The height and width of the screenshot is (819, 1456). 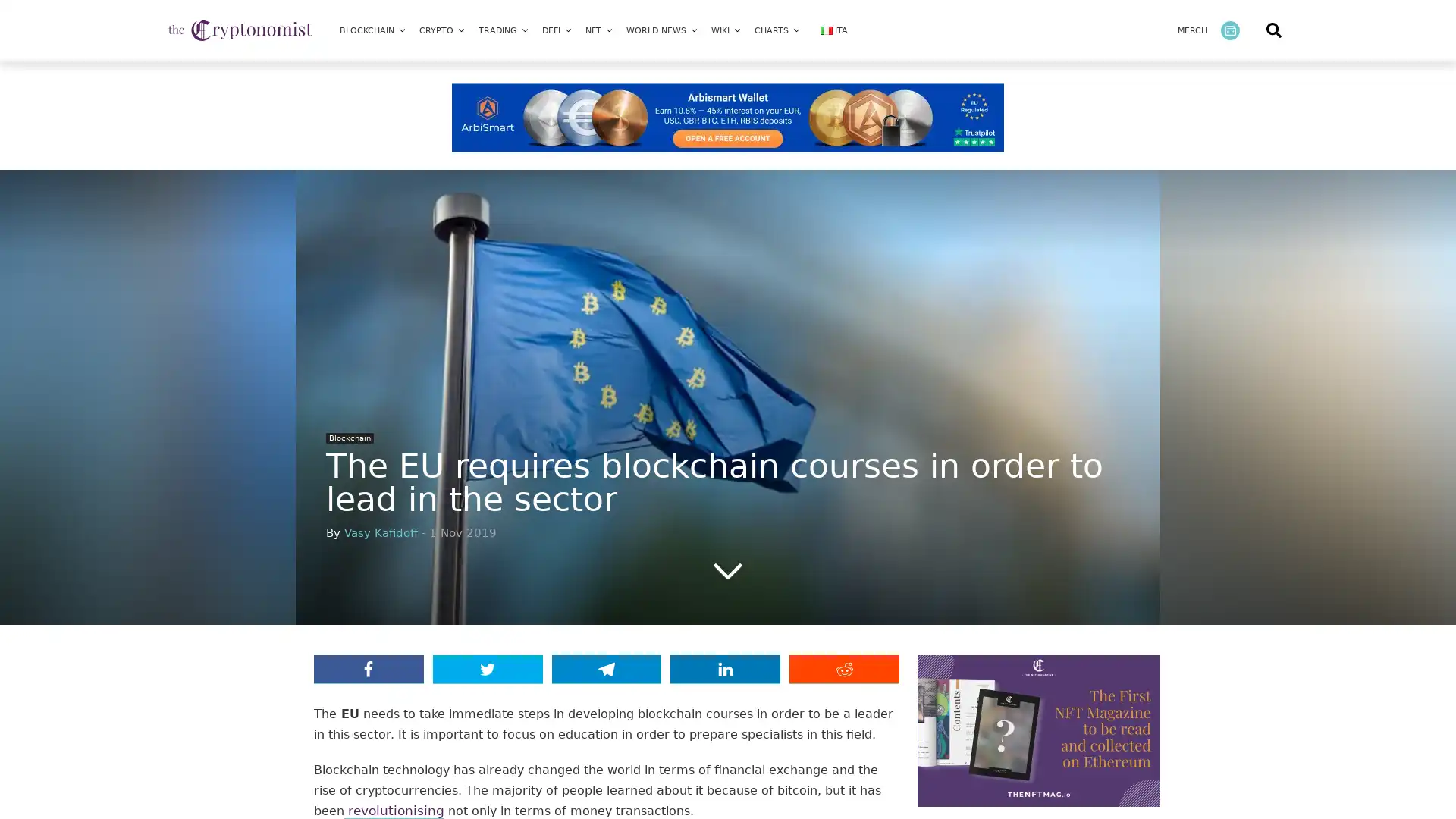 I want to click on Chevron down, so click(x=728, y=570).